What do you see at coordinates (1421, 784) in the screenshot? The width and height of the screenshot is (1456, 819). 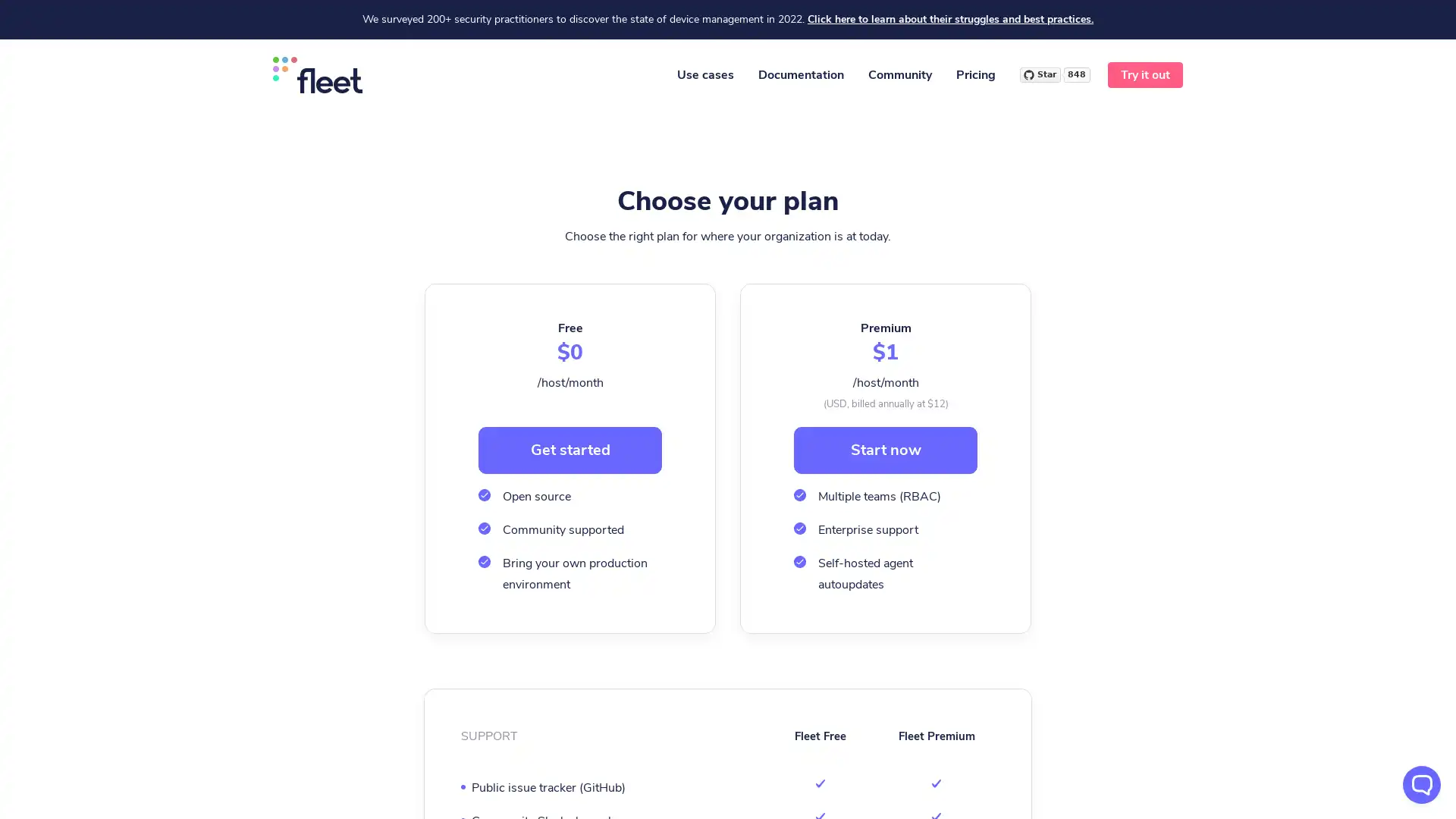 I see `Open chat widget` at bounding box center [1421, 784].